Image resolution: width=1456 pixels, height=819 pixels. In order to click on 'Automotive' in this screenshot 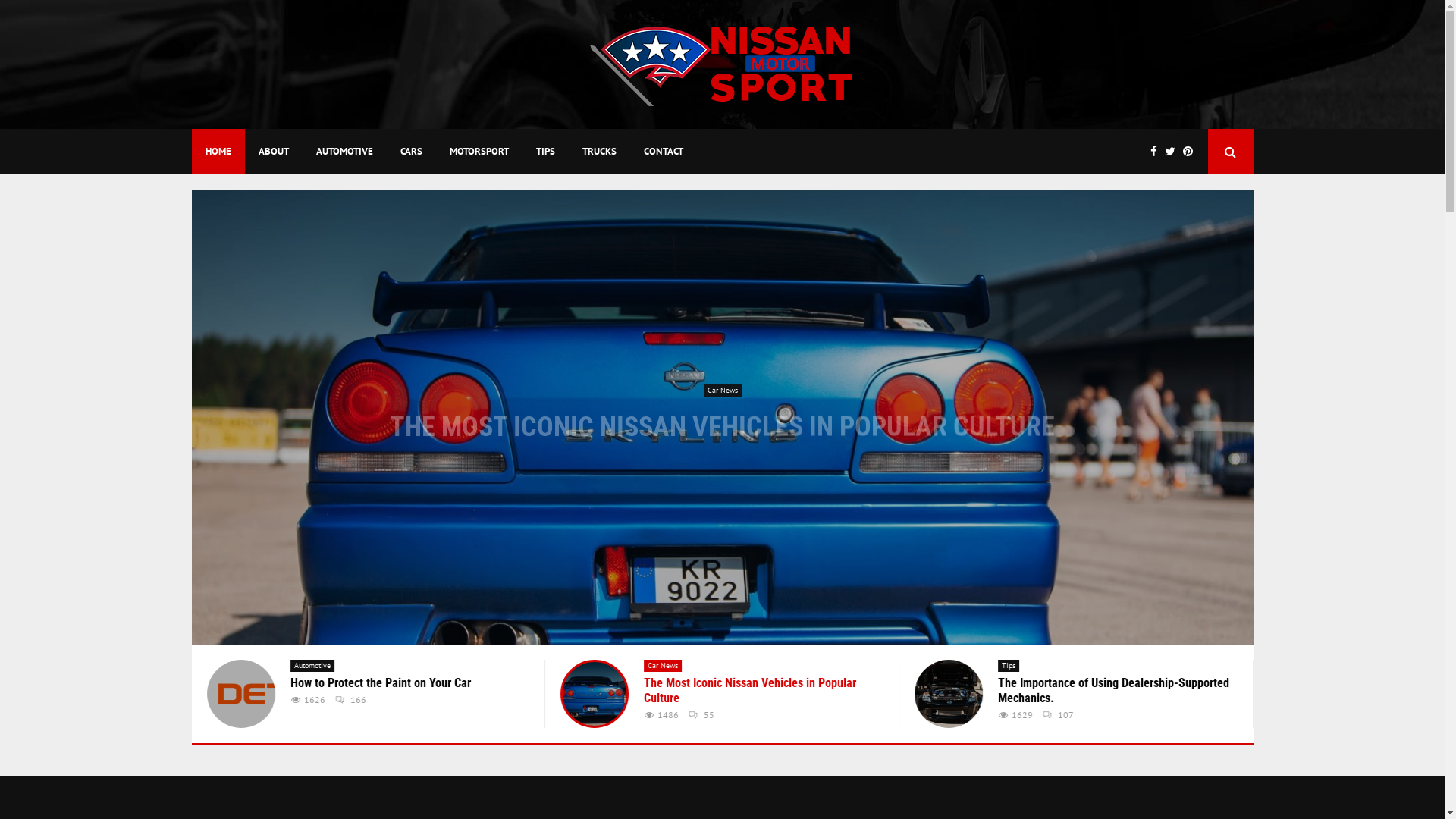, I will do `click(290, 665)`.